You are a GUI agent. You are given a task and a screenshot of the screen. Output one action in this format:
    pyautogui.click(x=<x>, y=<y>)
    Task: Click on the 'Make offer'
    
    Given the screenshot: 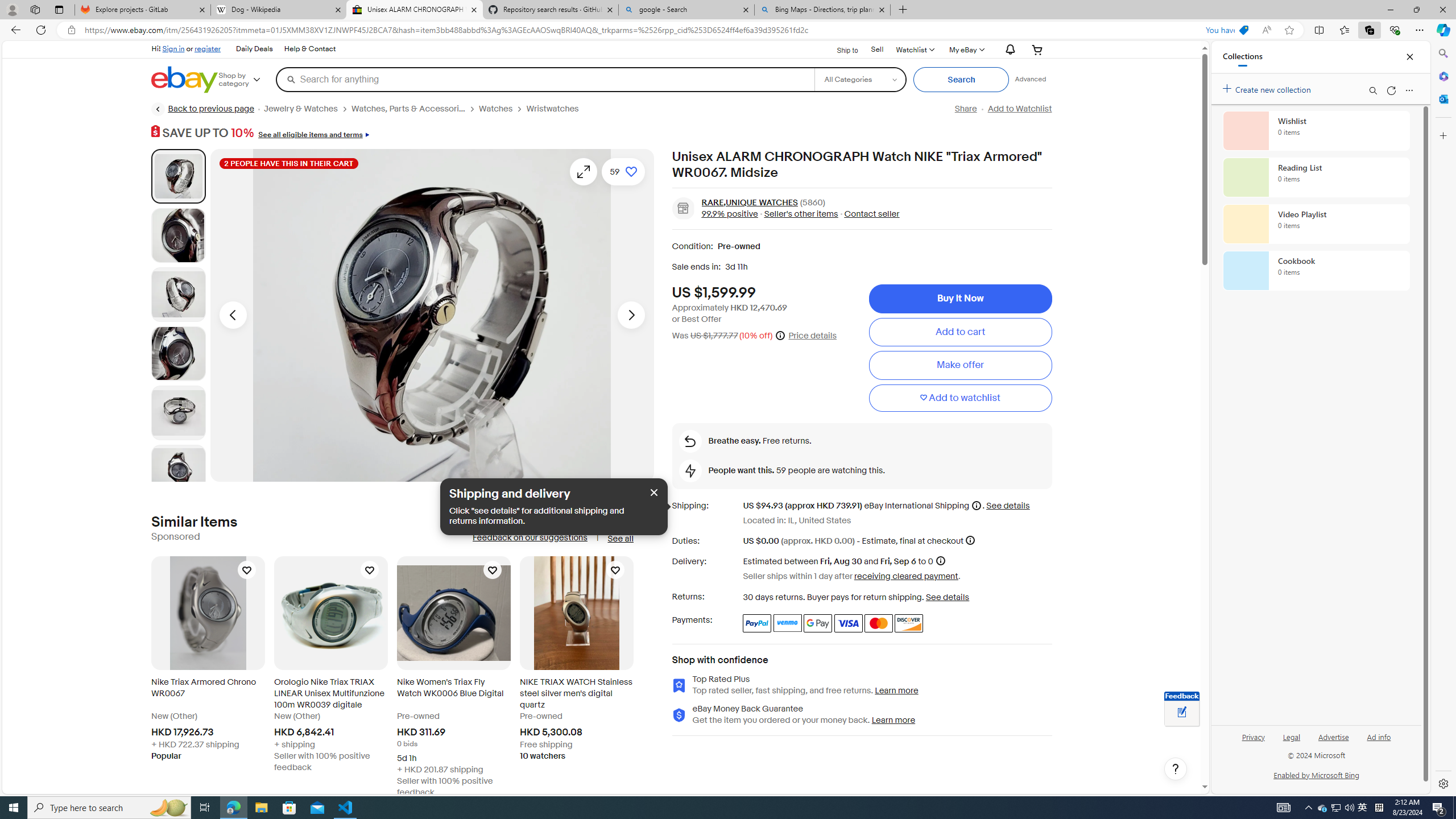 What is the action you would take?
    pyautogui.click(x=959, y=365)
    